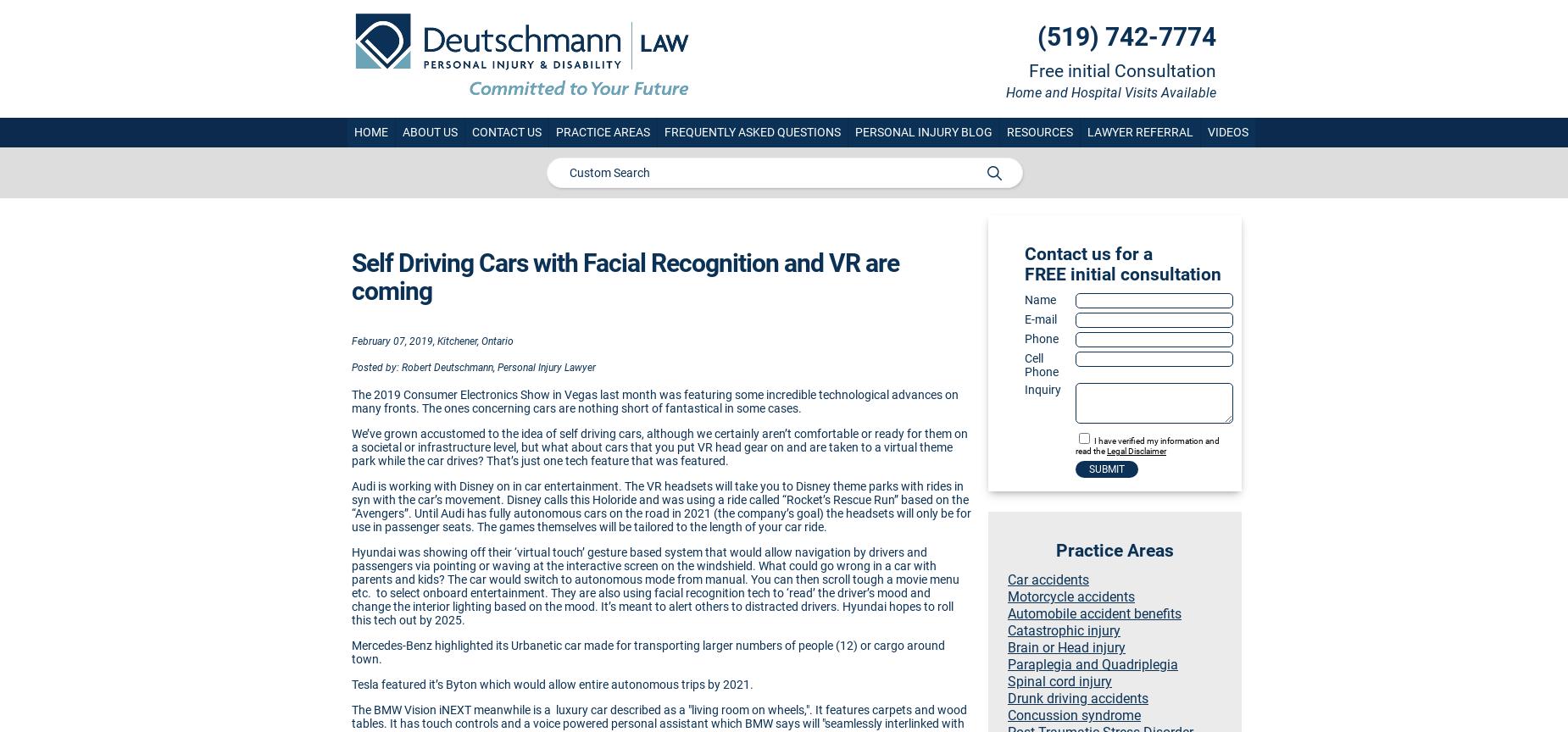 This screenshot has width=1568, height=732. Describe the element at coordinates (1044, 274) in the screenshot. I see `'free'` at that location.